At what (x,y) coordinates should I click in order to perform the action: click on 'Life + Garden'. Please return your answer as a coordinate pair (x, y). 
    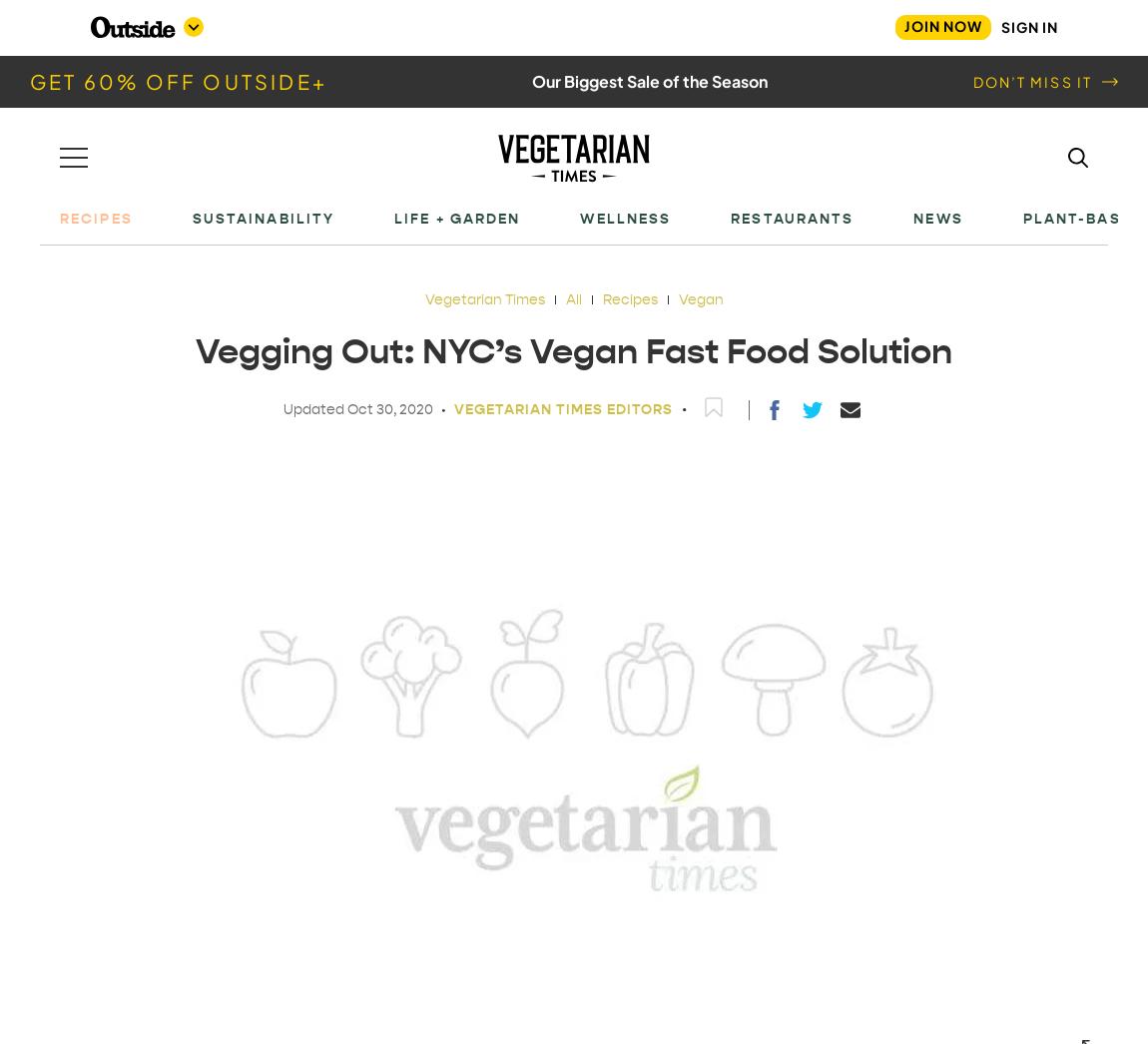
    Looking at the image, I should click on (457, 217).